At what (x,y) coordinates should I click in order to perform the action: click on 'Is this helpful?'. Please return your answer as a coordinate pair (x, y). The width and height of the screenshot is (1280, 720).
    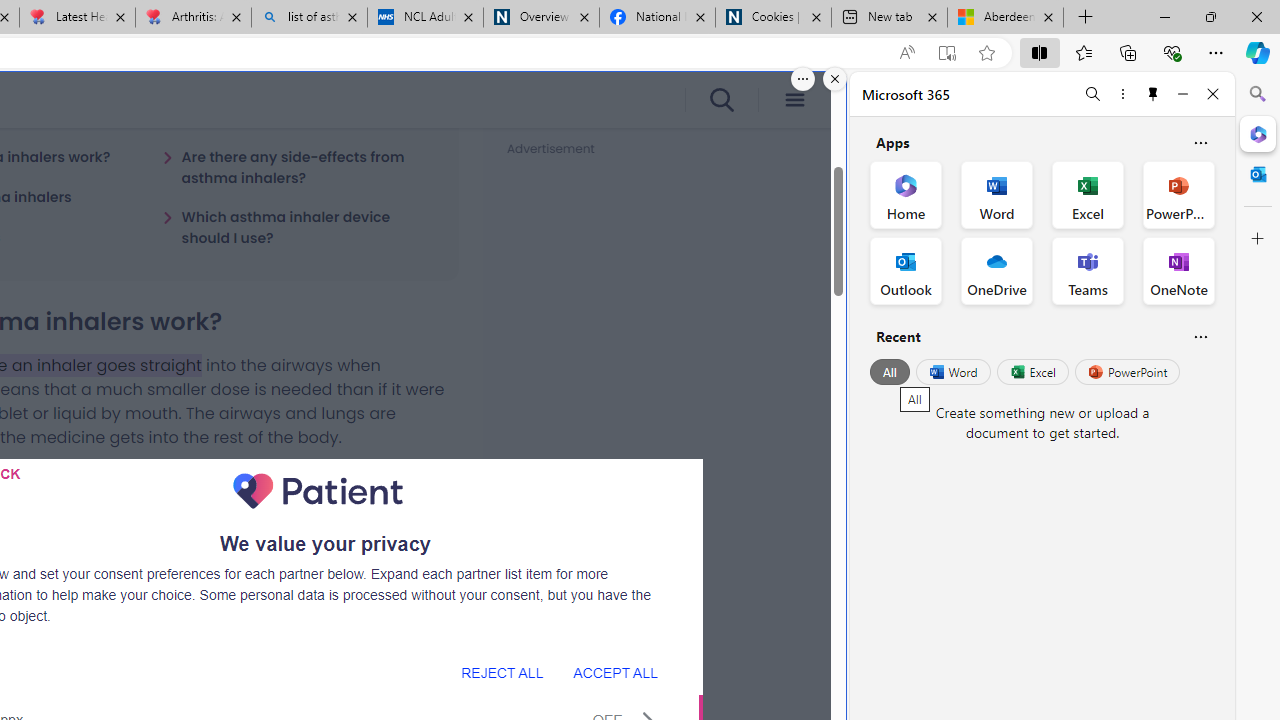
    Looking at the image, I should click on (1200, 335).